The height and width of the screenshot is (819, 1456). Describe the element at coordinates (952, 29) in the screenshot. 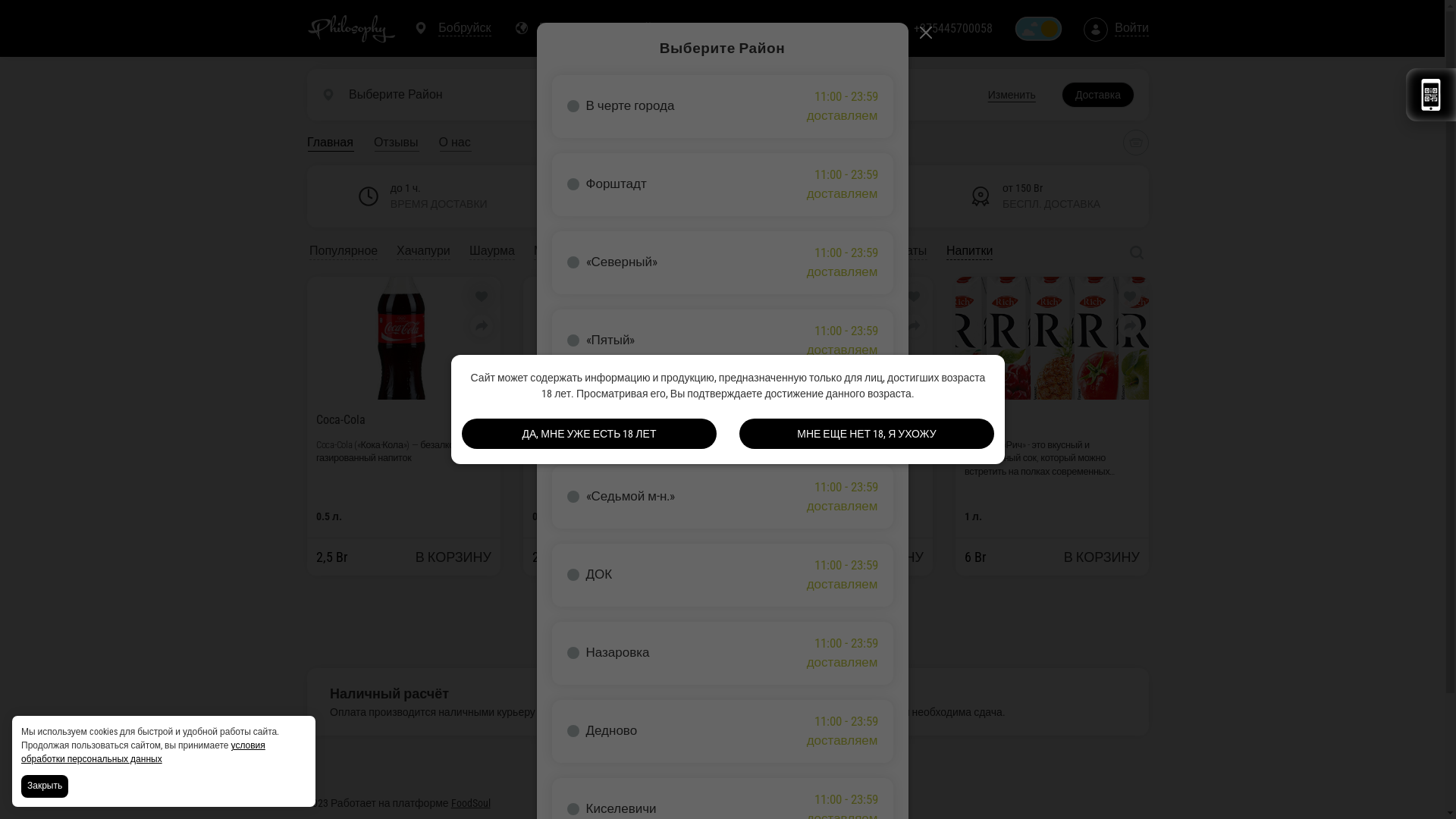

I see `'+375445700058'` at that location.